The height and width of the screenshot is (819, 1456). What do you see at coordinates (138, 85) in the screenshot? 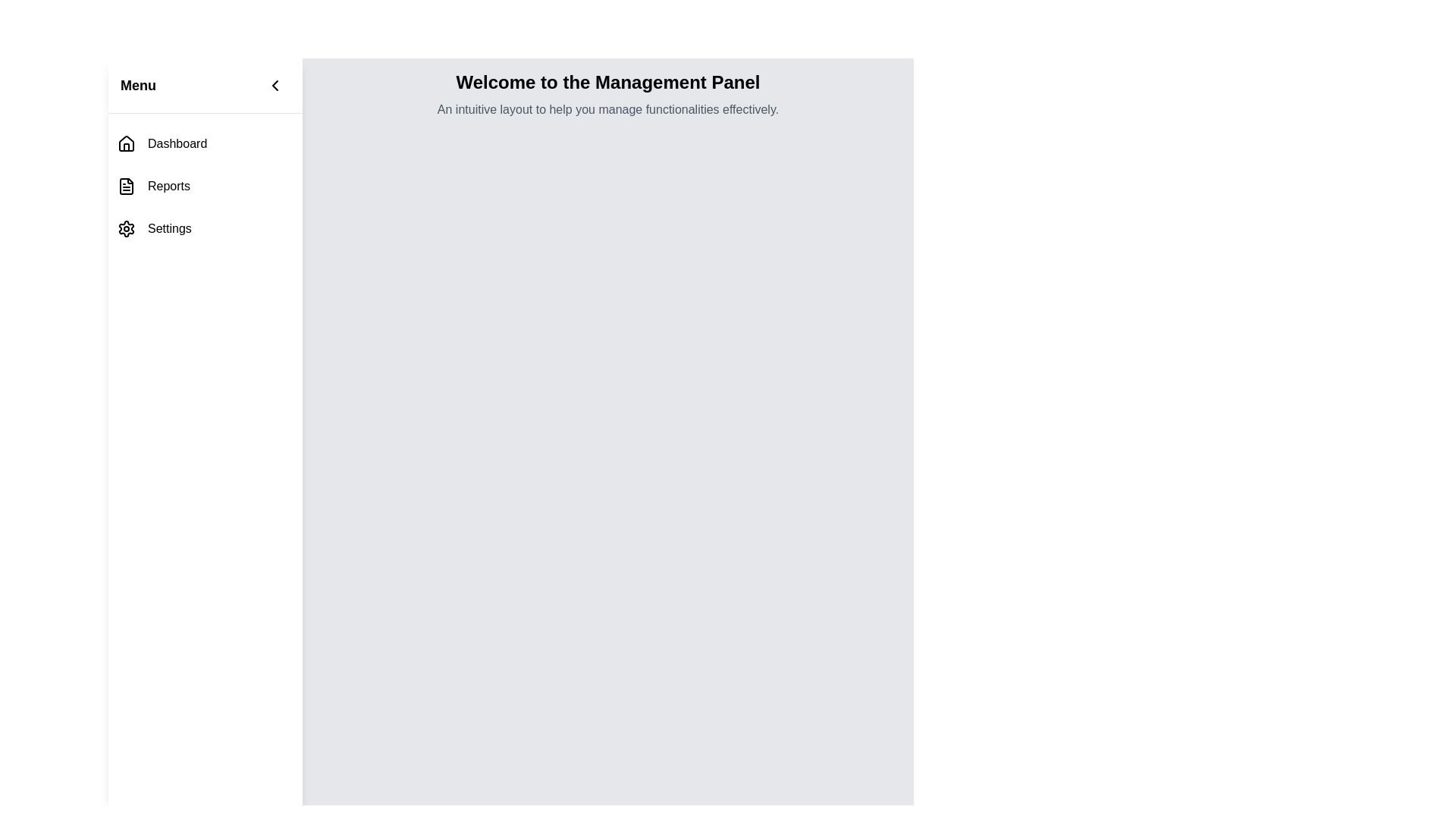
I see `the bold text label reading 'Menu', which is styled with a larger font size and located at the top left of the application interface, serving as a header for the navigation menu` at bounding box center [138, 85].